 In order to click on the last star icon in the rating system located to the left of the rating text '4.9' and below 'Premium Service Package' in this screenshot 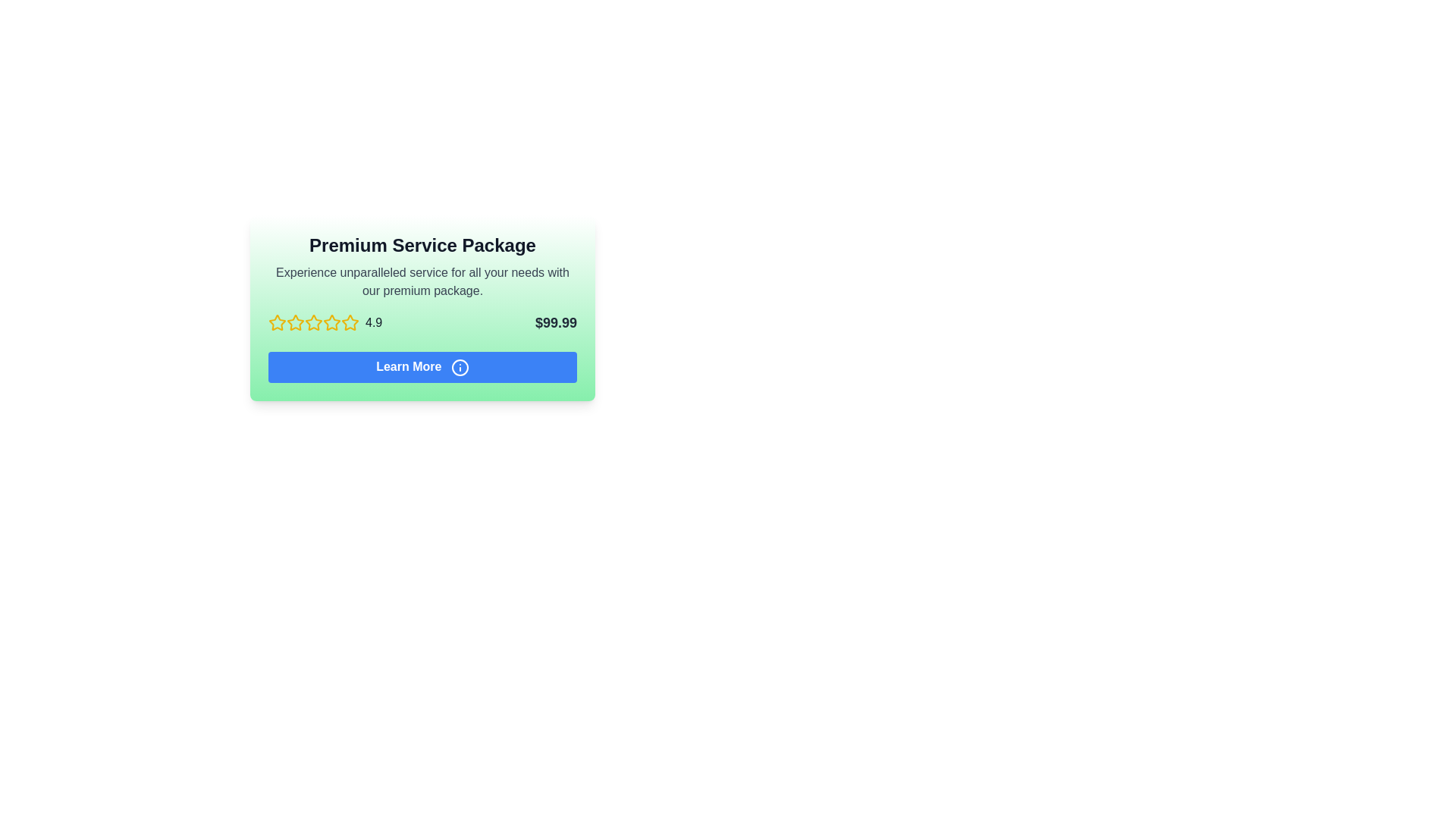, I will do `click(349, 322)`.